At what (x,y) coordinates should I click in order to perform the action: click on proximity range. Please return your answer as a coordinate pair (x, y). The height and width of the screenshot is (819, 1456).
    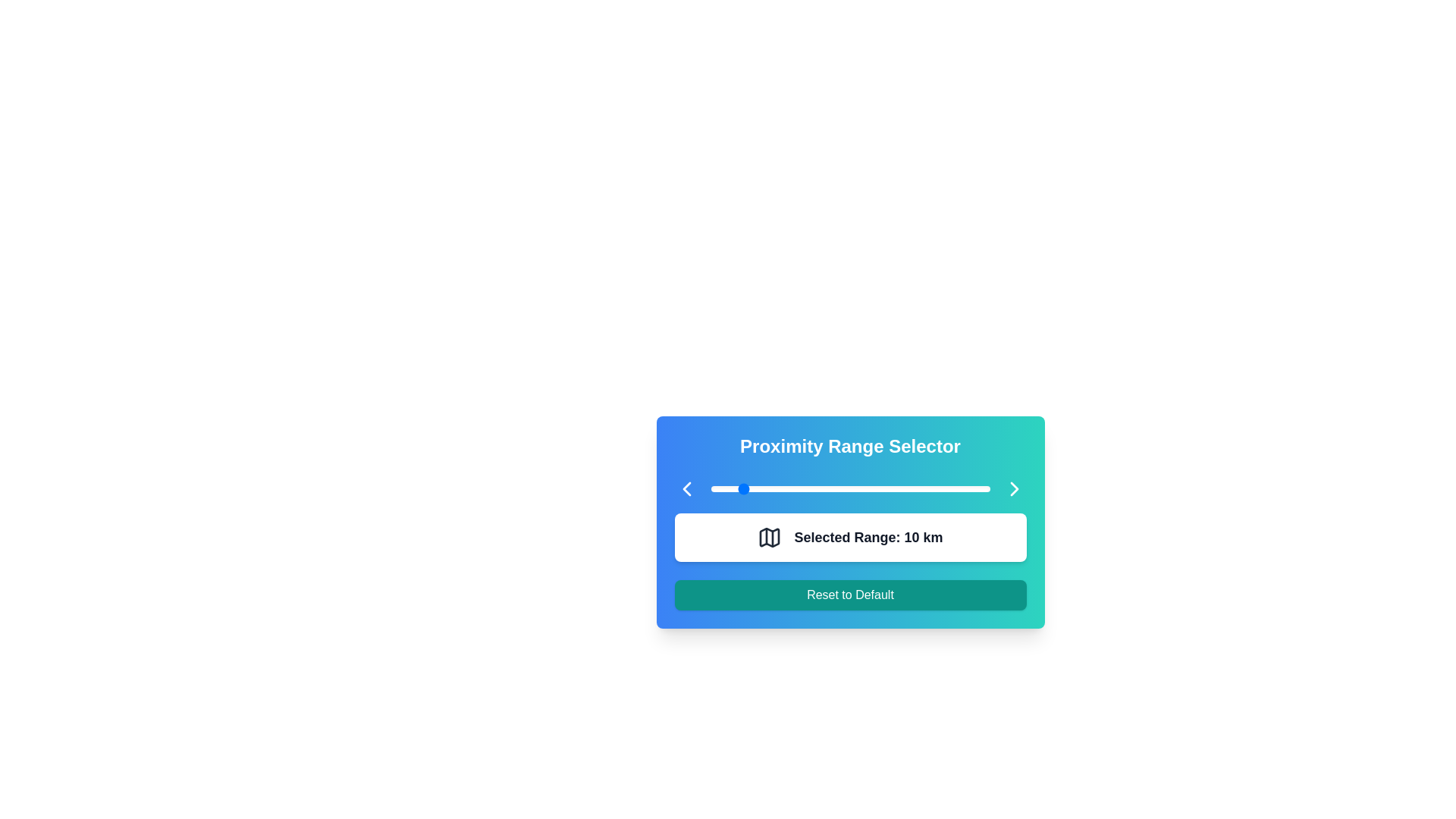
    Looking at the image, I should click on (969, 488).